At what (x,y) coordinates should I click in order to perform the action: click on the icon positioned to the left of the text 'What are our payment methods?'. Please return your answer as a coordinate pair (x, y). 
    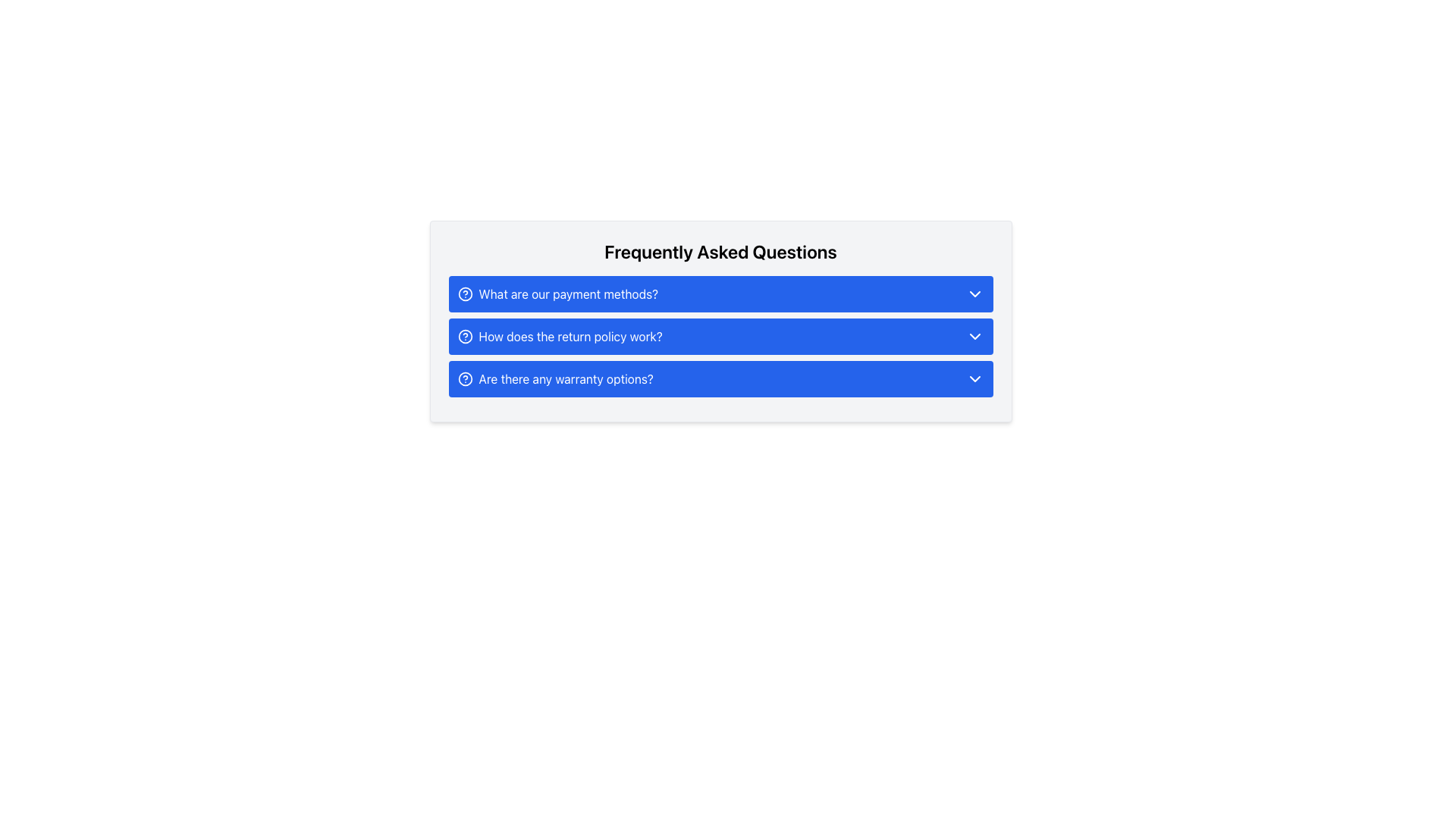
    Looking at the image, I should click on (464, 294).